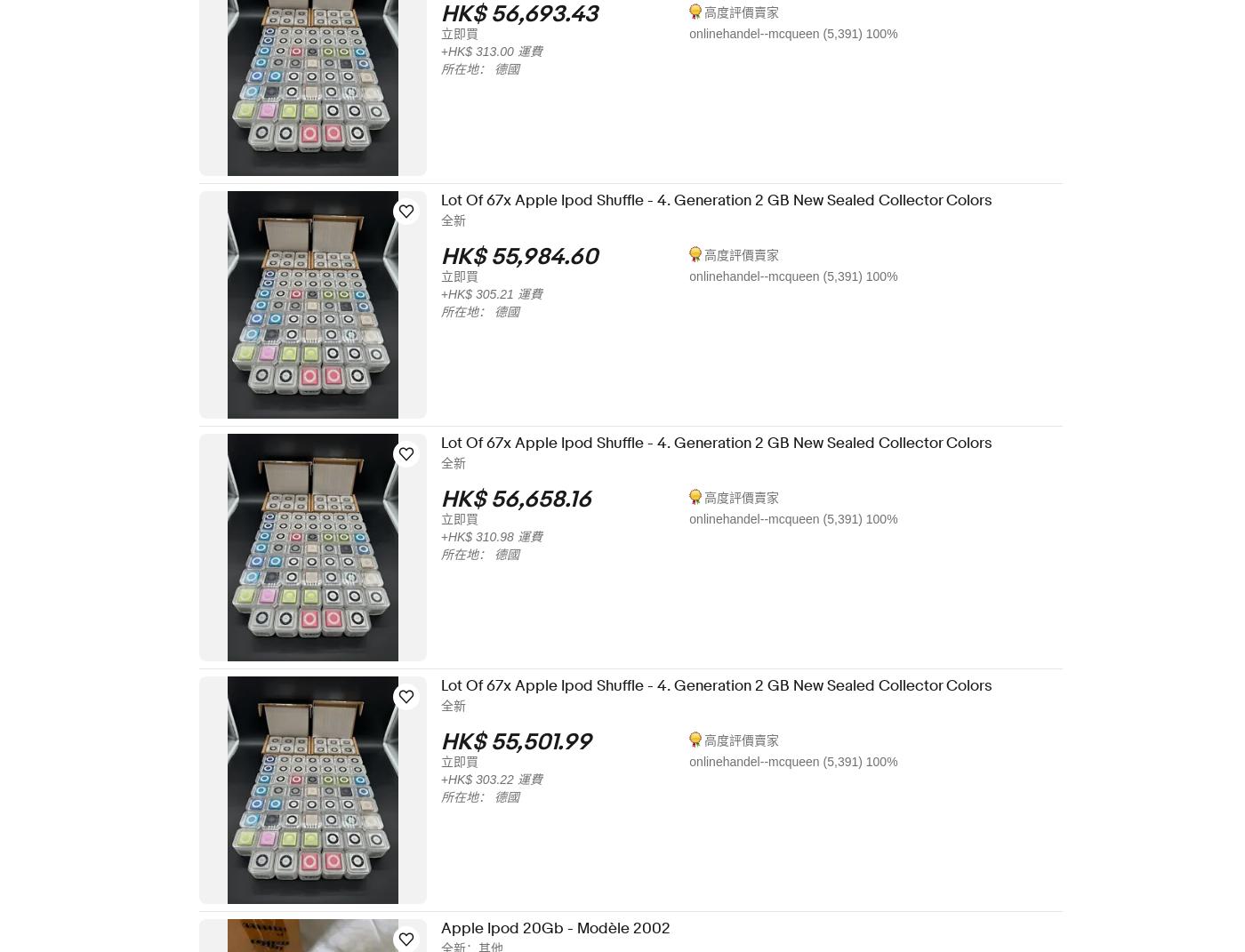  Describe the element at coordinates (527, 741) in the screenshot. I see `'HK$ 55,501.99'` at that location.